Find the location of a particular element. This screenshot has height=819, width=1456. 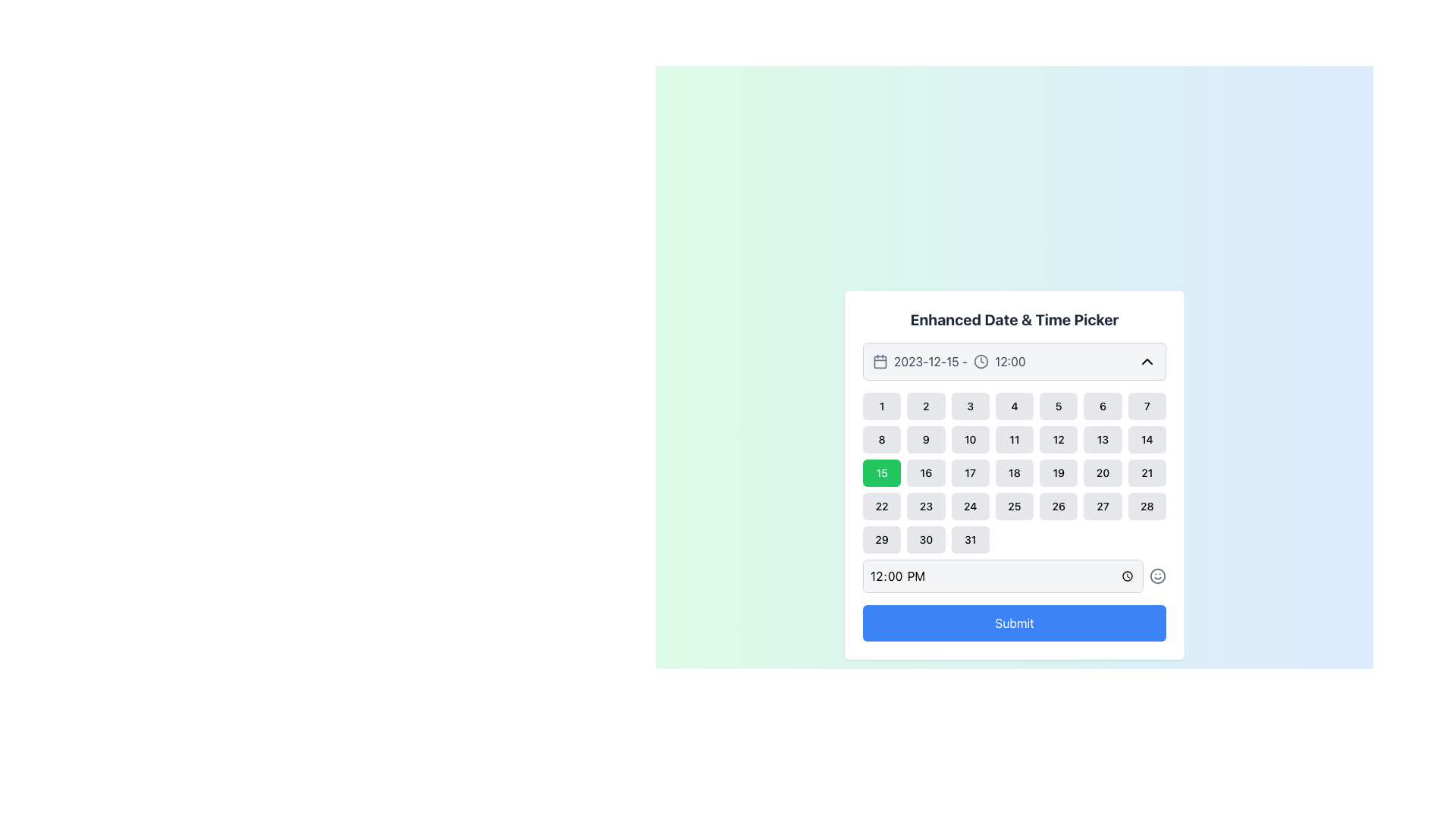

the submit button located at the bottom of the 'Enhanced Date & Time Picker' panel is located at coordinates (1015, 623).